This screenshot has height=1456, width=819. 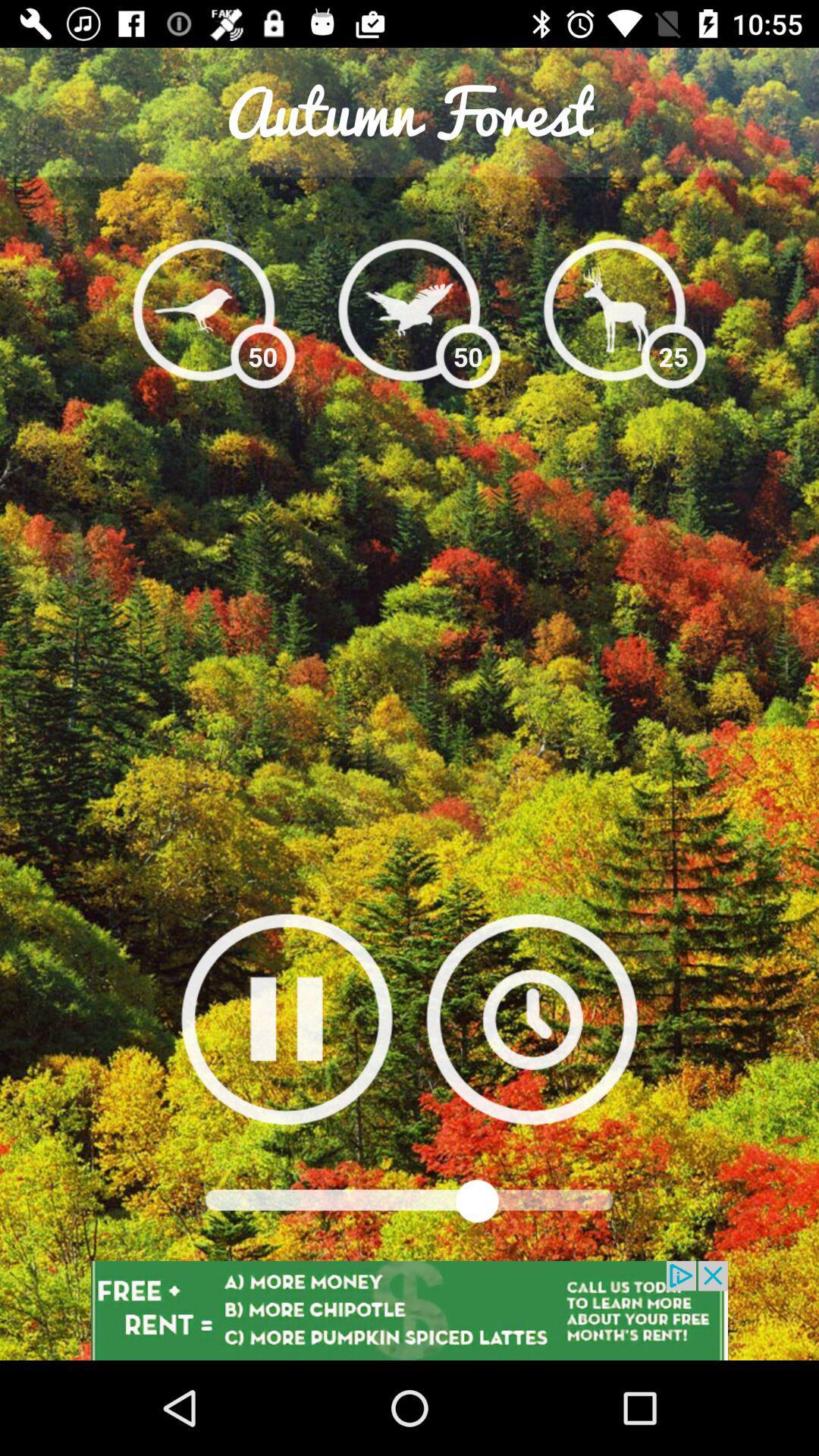 I want to click on pause preview, so click(x=287, y=1018).